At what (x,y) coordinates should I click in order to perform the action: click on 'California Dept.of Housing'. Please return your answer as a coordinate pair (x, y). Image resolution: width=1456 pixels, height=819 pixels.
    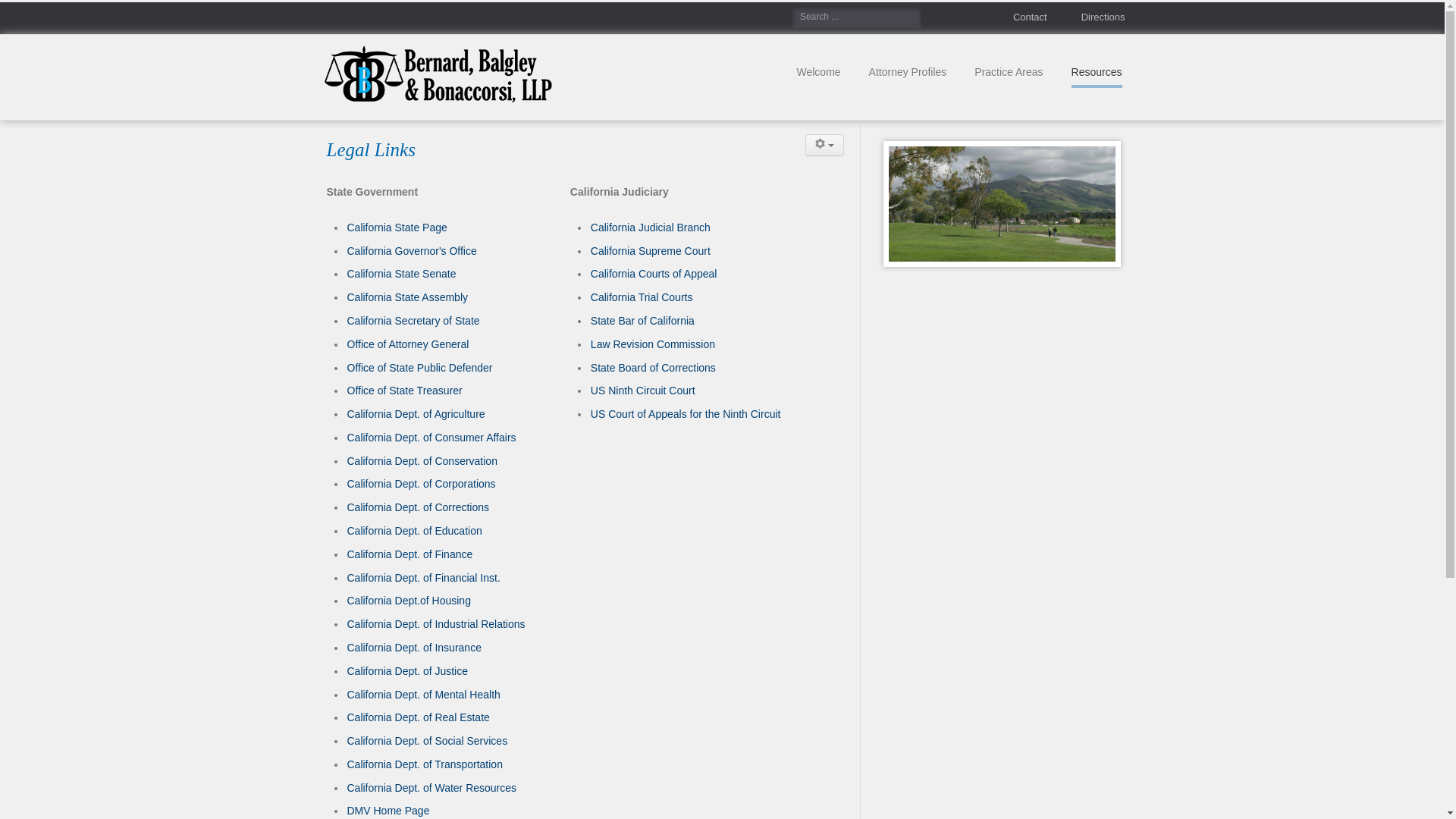
    Looking at the image, I should click on (346, 599).